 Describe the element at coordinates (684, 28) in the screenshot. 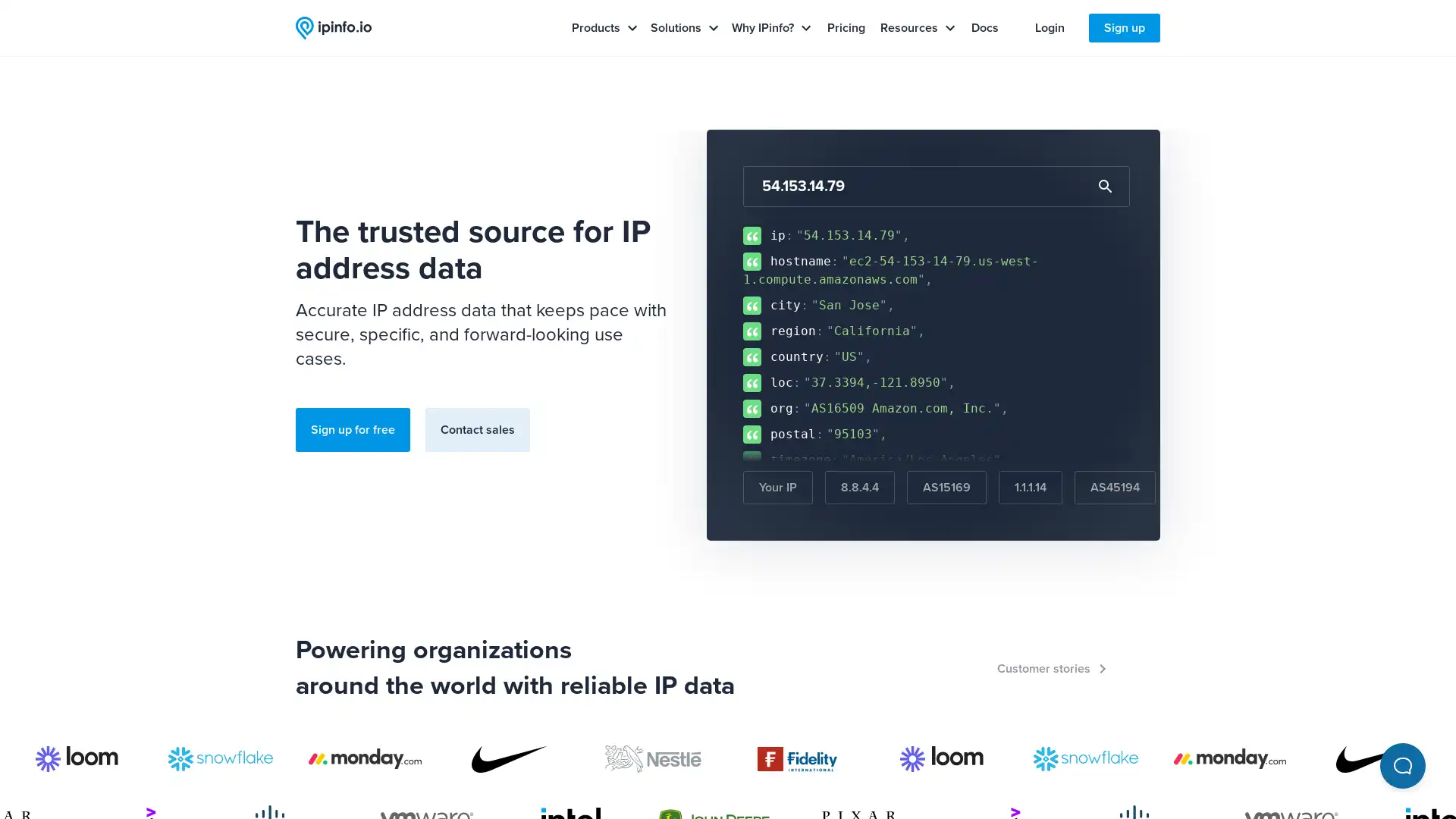

I see `Solutions` at that location.